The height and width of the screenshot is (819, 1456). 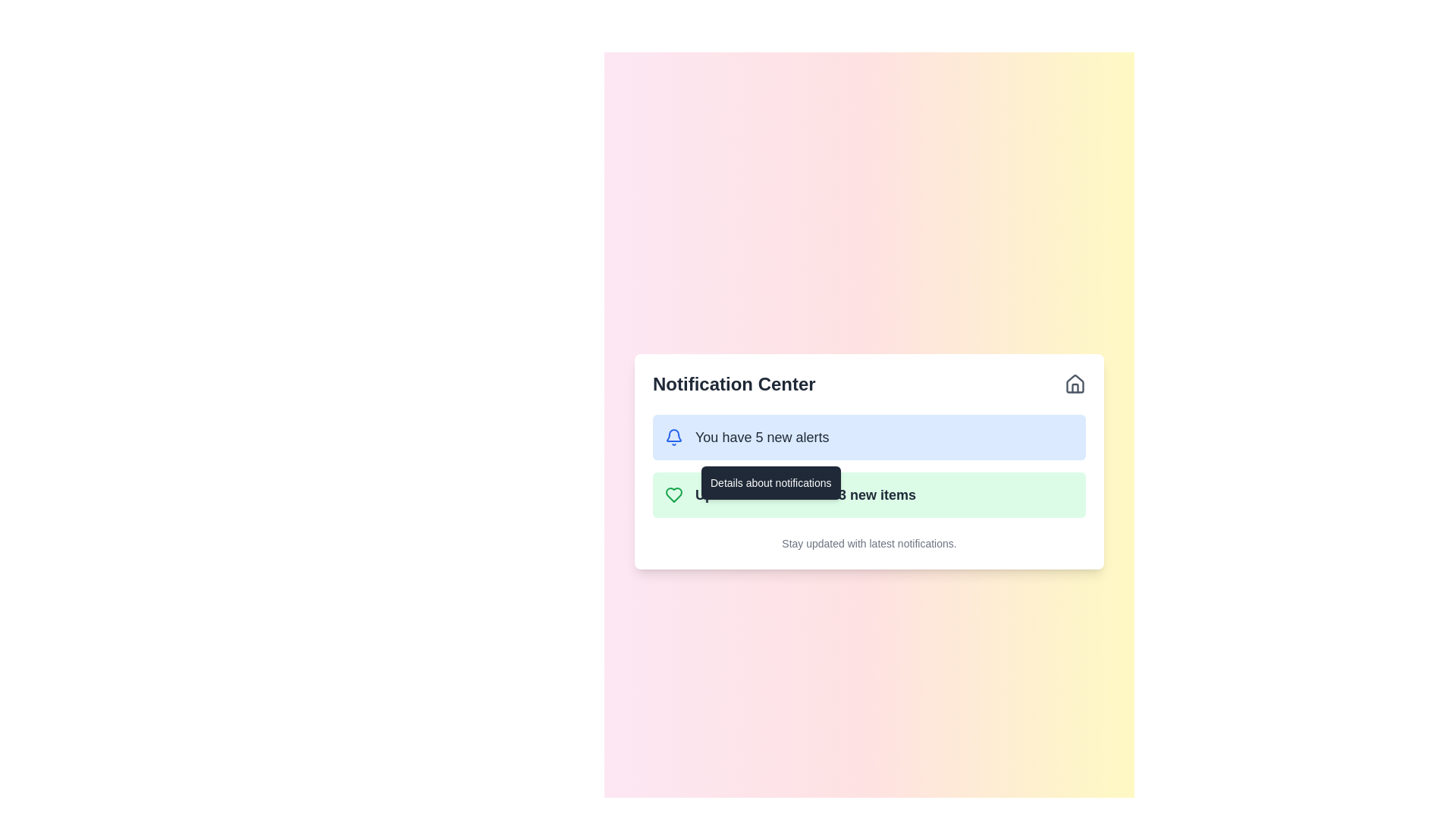 I want to click on the text label displaying 'Stay updated with latest notifications.' at the bottom of the Notification Center card, so click(x=869, y=543).